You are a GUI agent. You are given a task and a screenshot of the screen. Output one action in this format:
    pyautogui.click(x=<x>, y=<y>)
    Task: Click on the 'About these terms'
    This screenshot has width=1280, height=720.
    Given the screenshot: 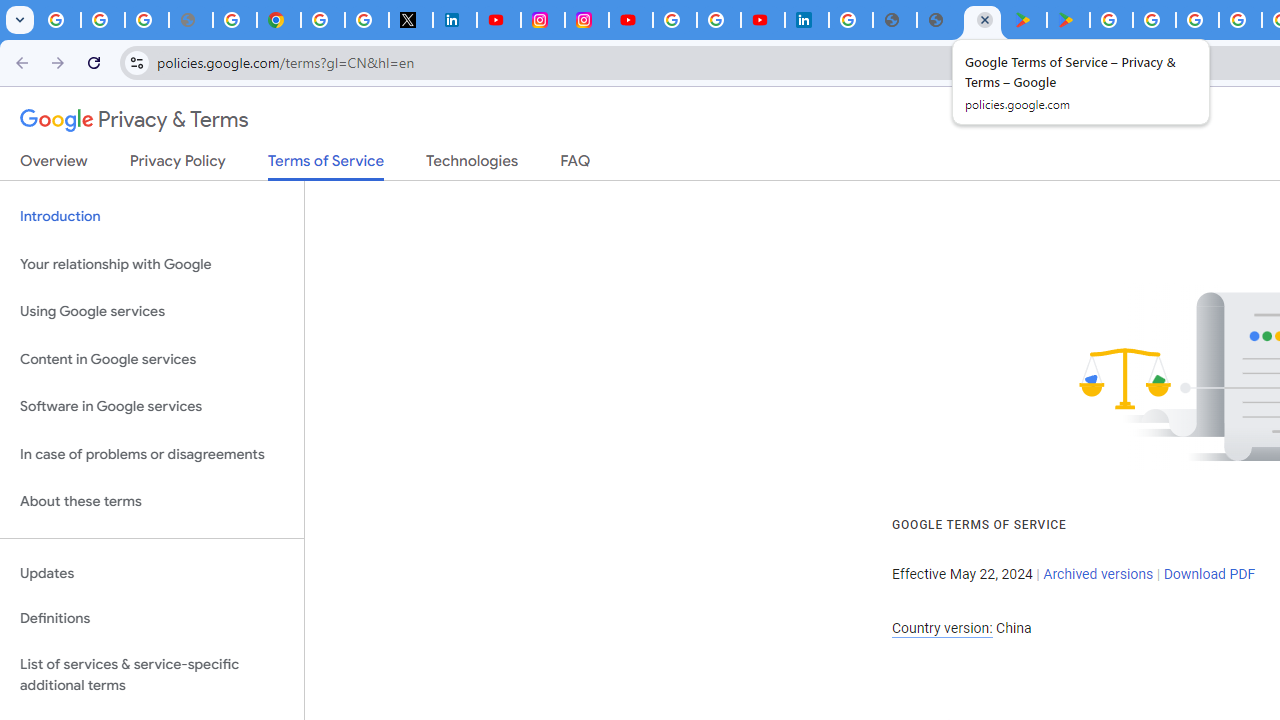 What is the action you would take?
    pyautogui.click(x=151, y=501)
    